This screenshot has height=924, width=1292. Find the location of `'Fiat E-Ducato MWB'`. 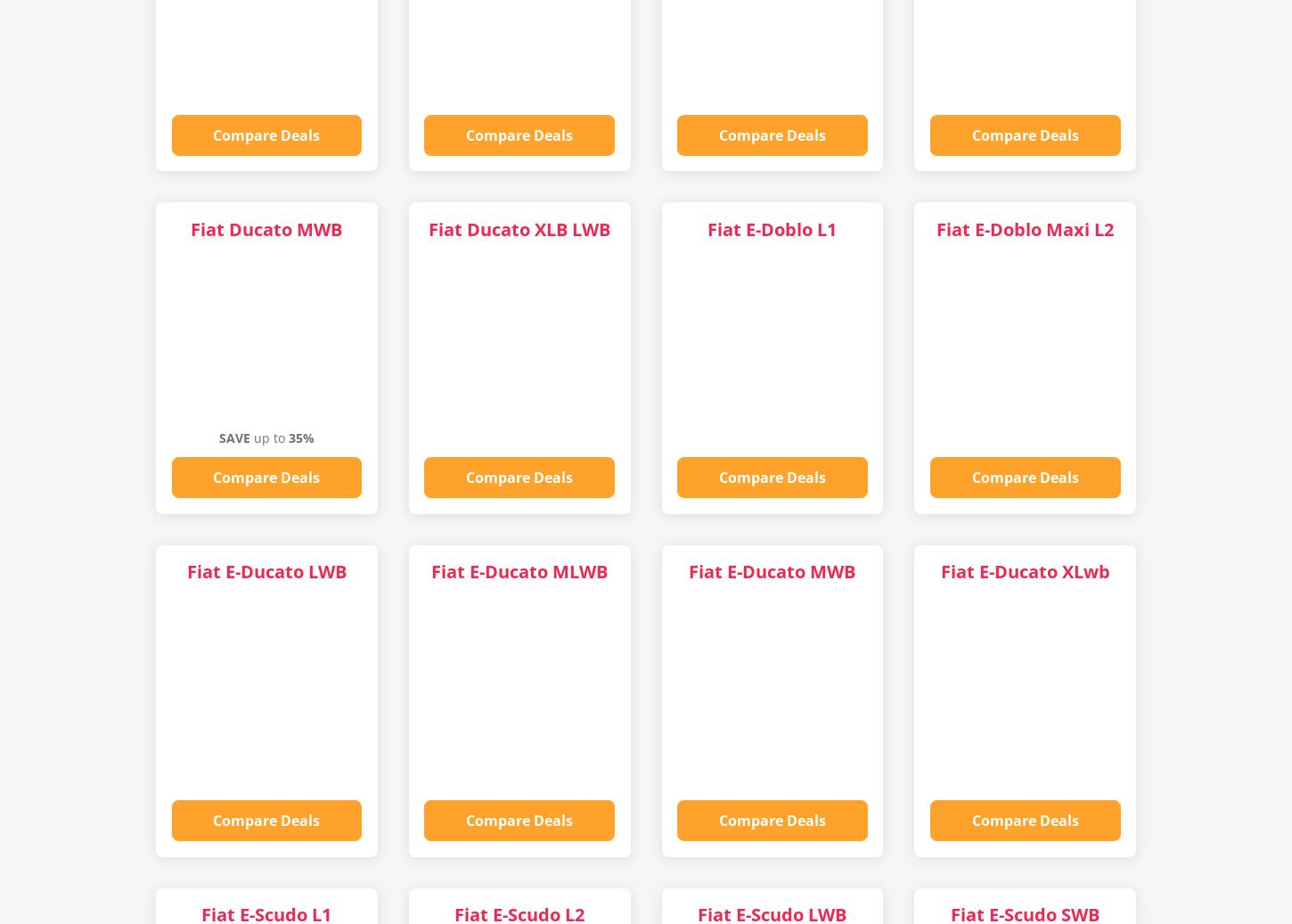

'Fiat E-Ducato MWB' is located at coordinates (771, 571).